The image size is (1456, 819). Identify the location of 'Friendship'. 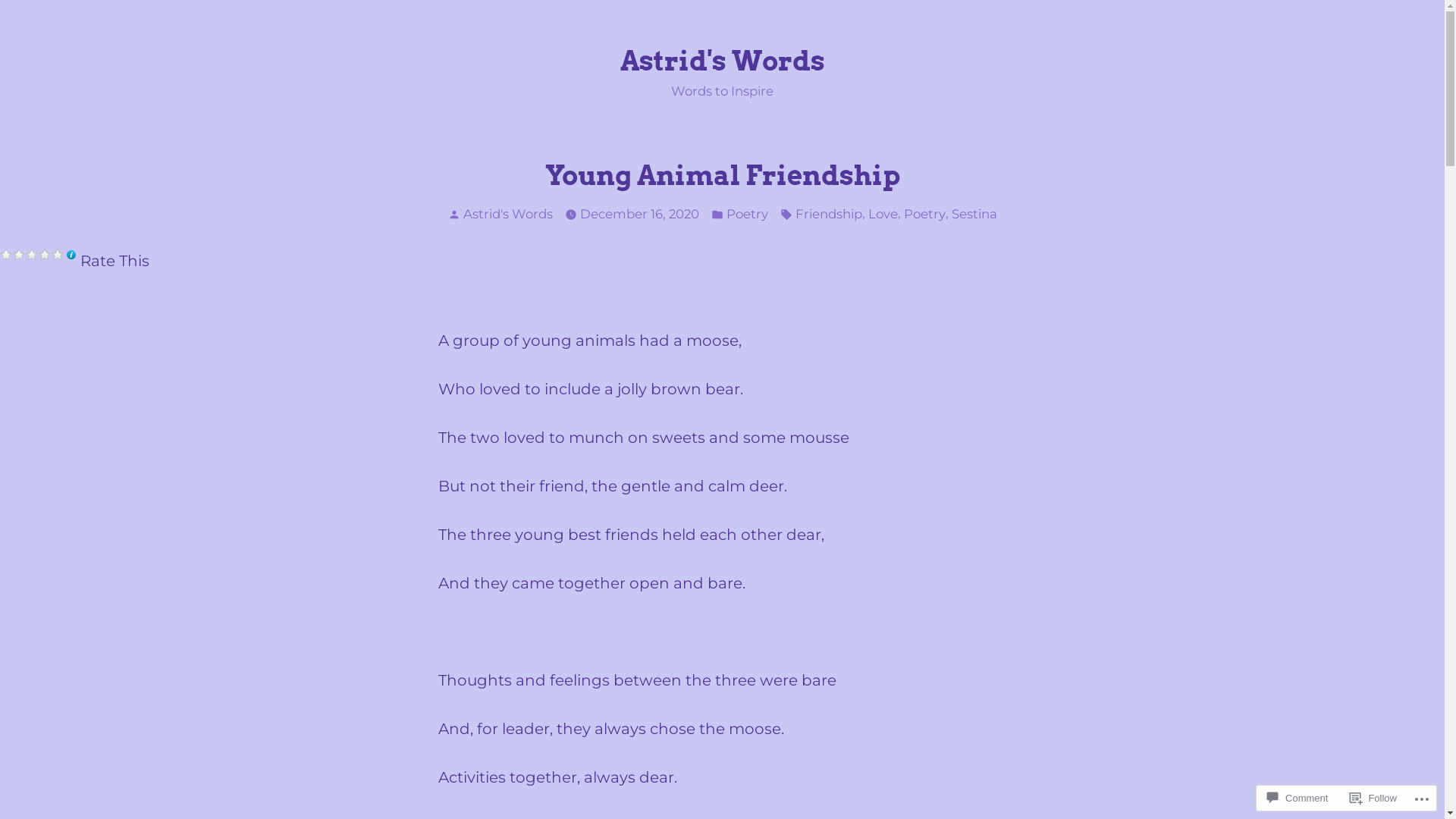
(793, 214).